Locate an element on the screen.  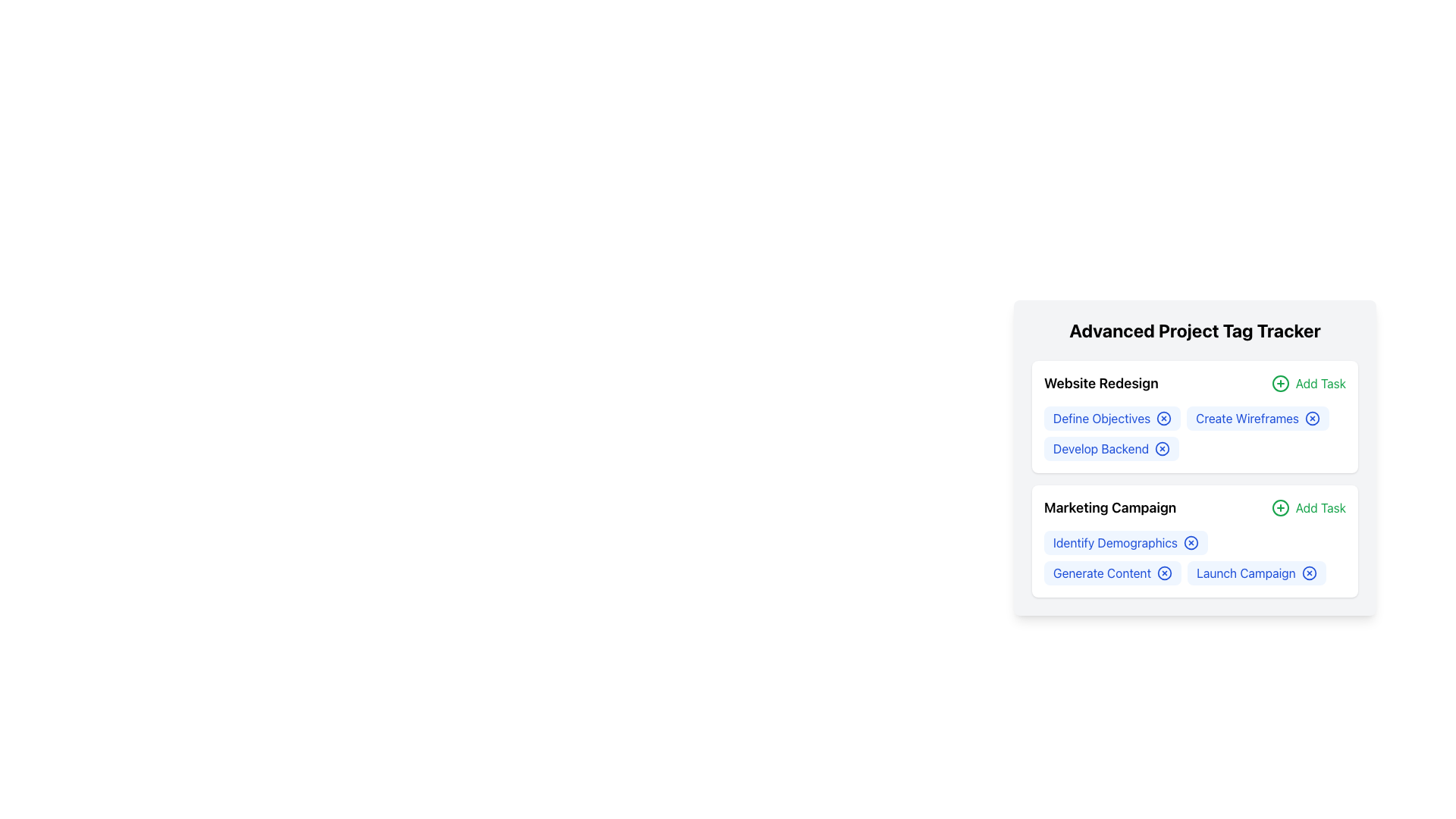
the button with icon and text on the right side of the 'Marketing Campaign' section is located at coordinates (1307, 508).